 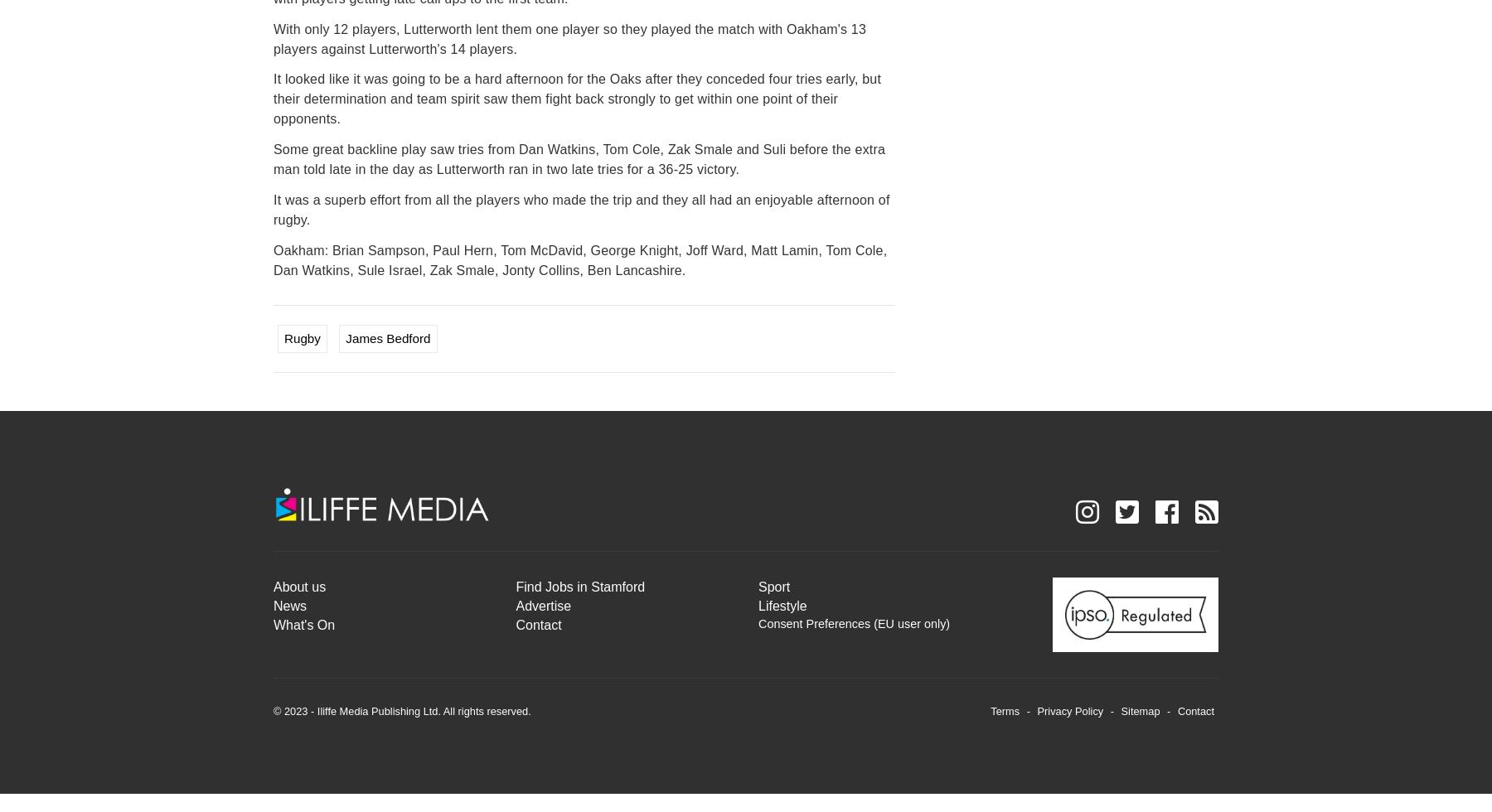 What do you see at coordinates (1069, 710) in the screenshot?
I see `'Privacy Policy'` at bounding box center [1069, 710].